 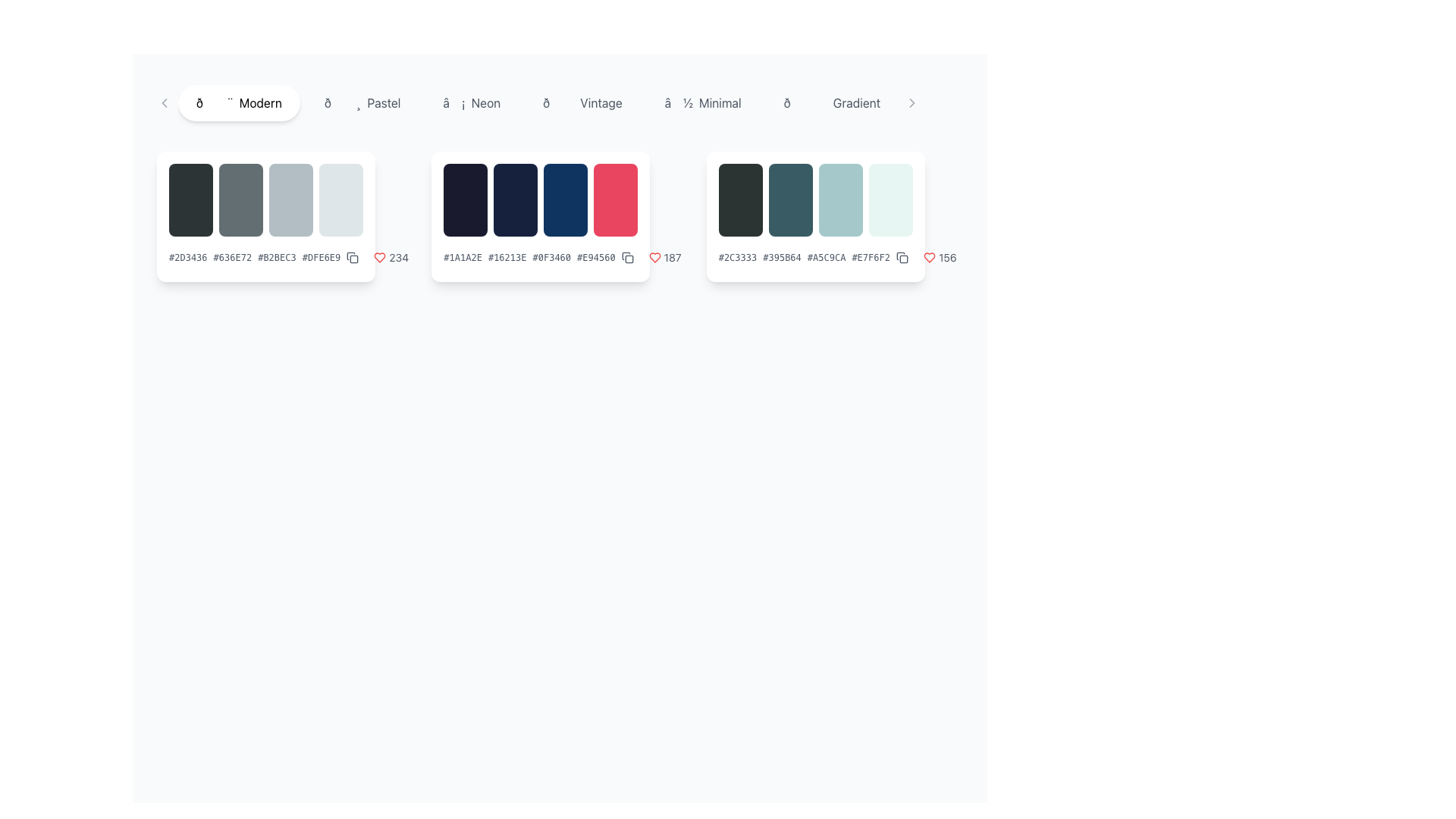 What do you see at coordinates (648, 256) in the screenshot?
I see `the numeric count '187' next to the heart icon to interact with the 'likes' functionality` at bounding box center [648, 256].